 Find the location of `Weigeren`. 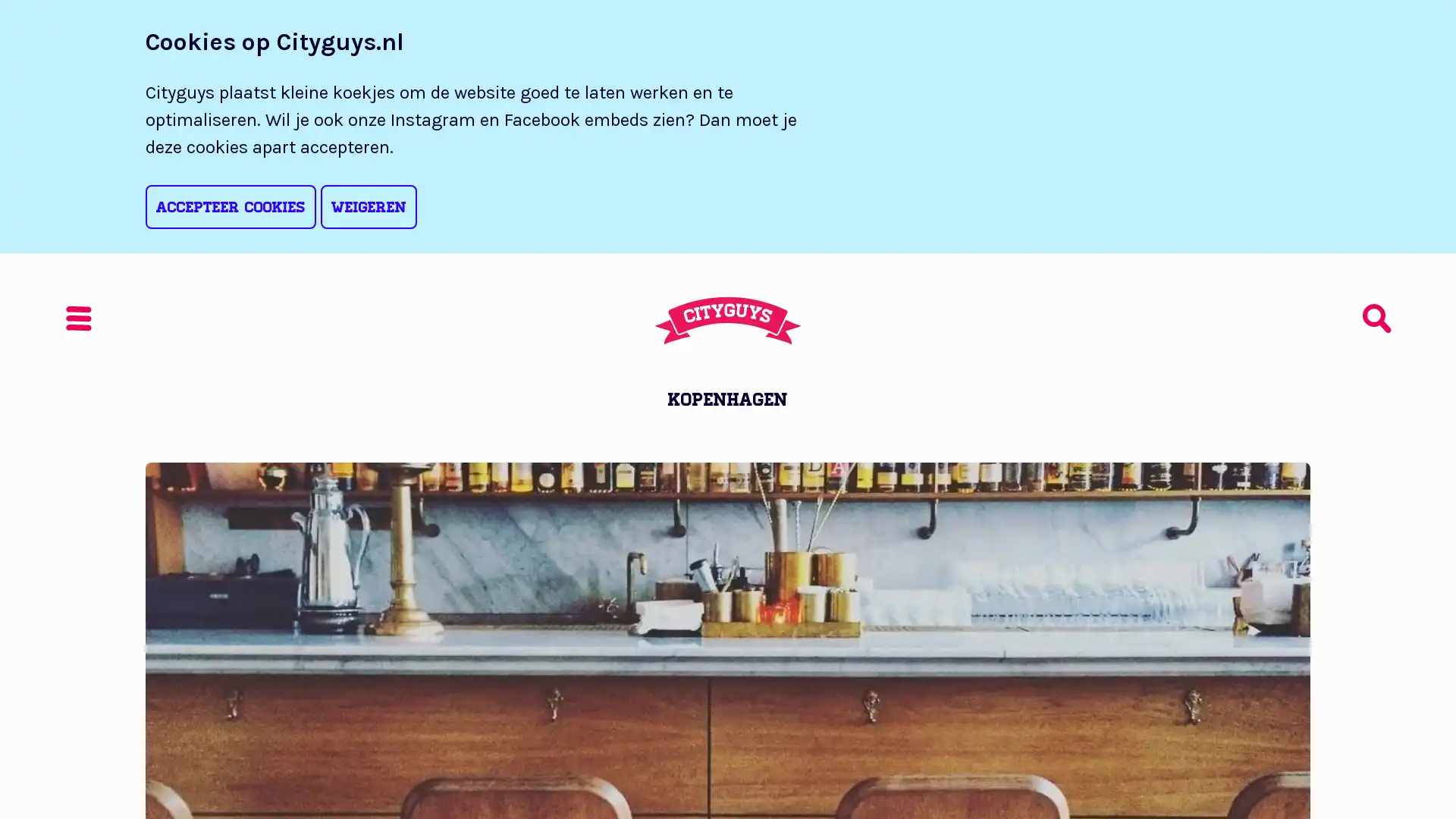

Weigeren is located at coordinates (369, 207).